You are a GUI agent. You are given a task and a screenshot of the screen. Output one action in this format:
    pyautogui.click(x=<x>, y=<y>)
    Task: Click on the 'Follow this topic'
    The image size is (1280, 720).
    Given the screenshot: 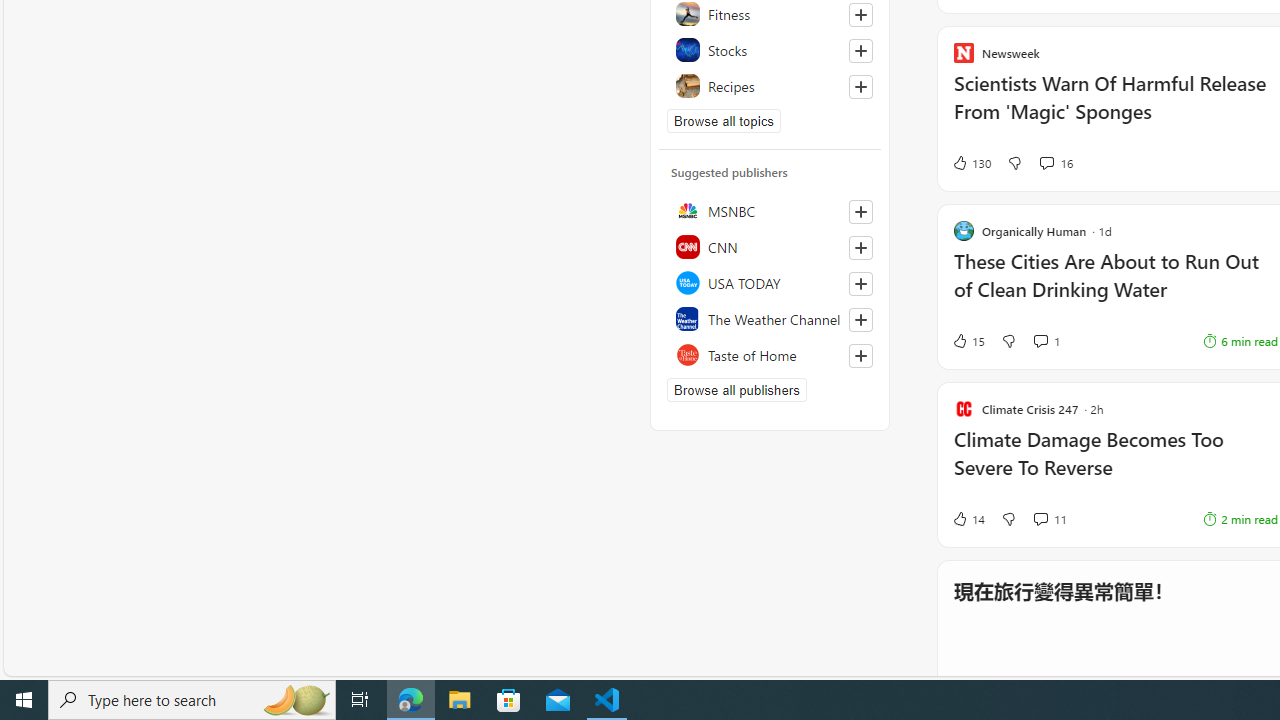 What is the action you would take?
    pyautogui.click(x=860, y=85)
    